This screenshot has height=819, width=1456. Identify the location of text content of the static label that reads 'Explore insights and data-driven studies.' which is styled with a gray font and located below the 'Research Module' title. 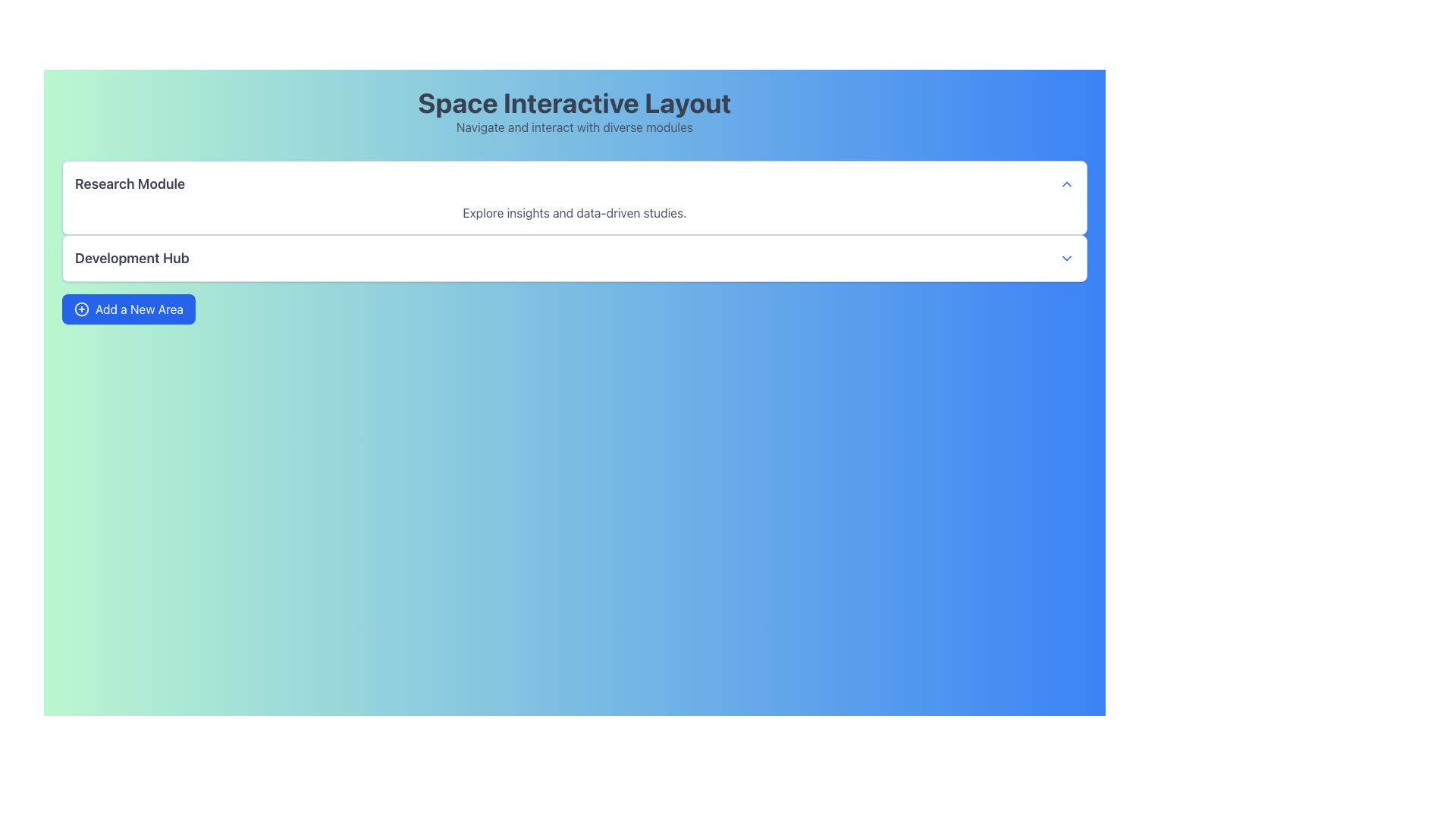
(574, 213).